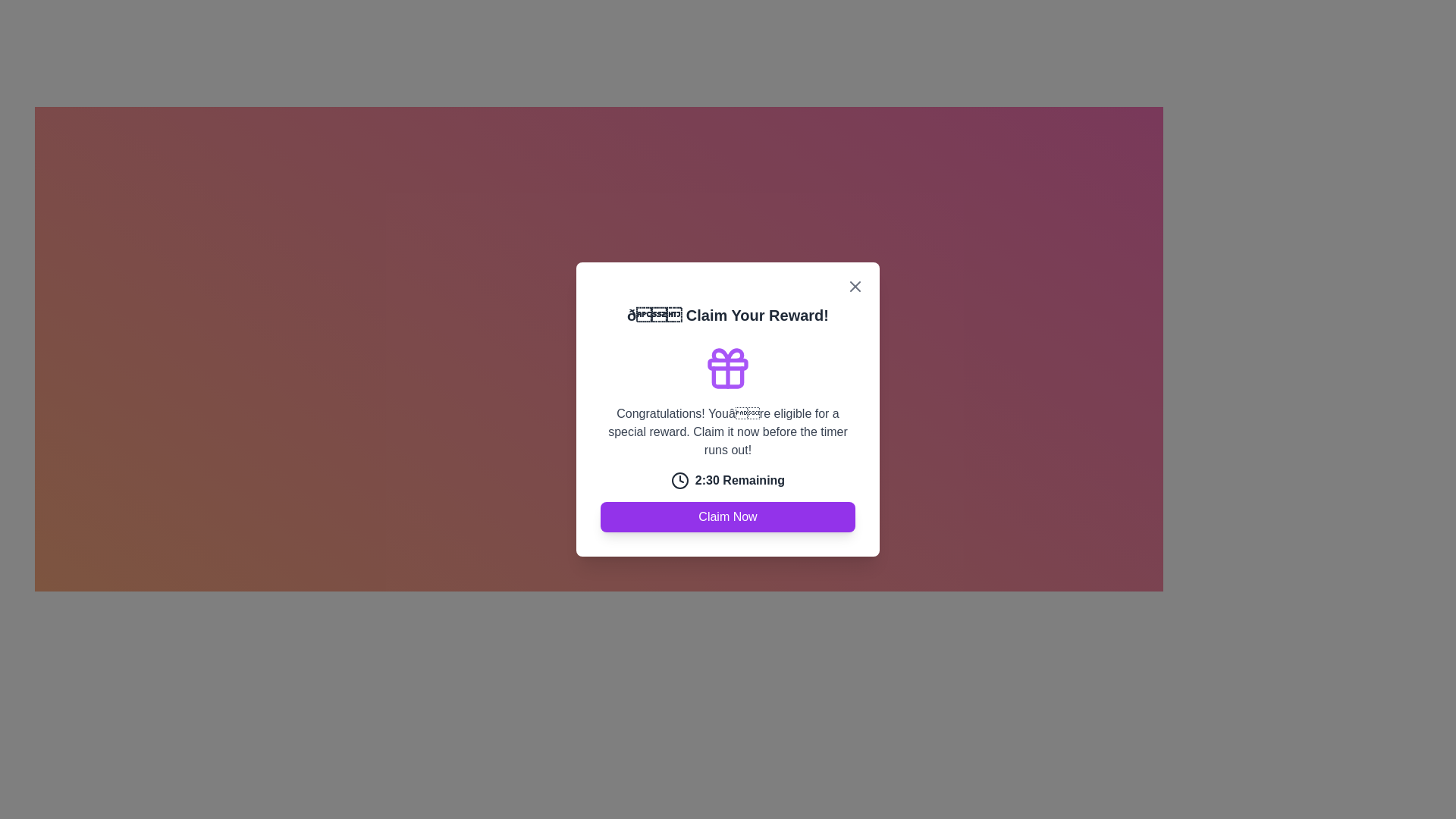 This screenshot has height=819, width=1456. What do you see at coordinates (728, 315) in the screenshot?
I see `text of the heading label located at the top of the modal, which serves to provide context for the modal's content` at bounding box center [728, 315].